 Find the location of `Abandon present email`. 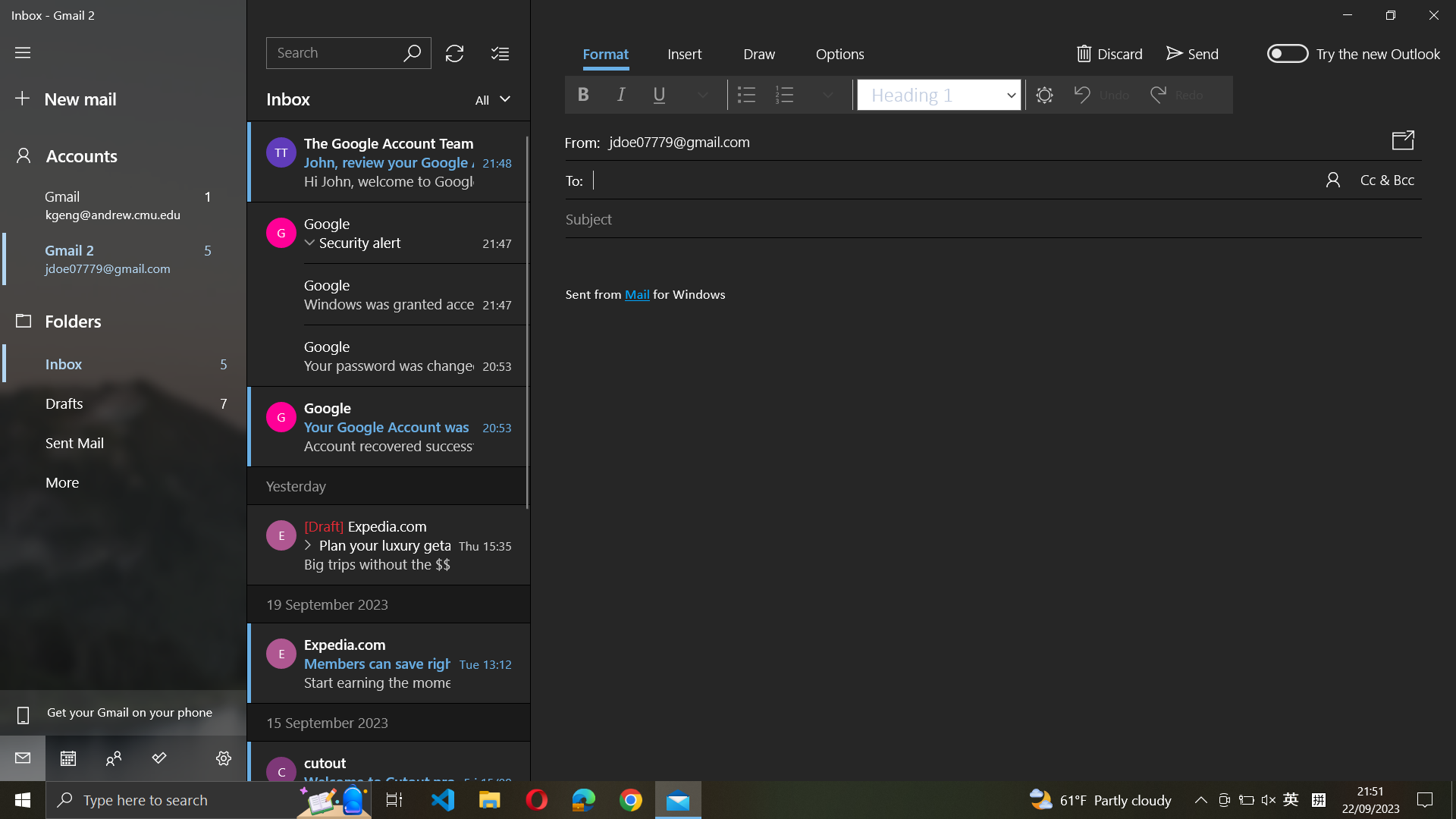

Abandon present email is located at coordinates (1109, 51).